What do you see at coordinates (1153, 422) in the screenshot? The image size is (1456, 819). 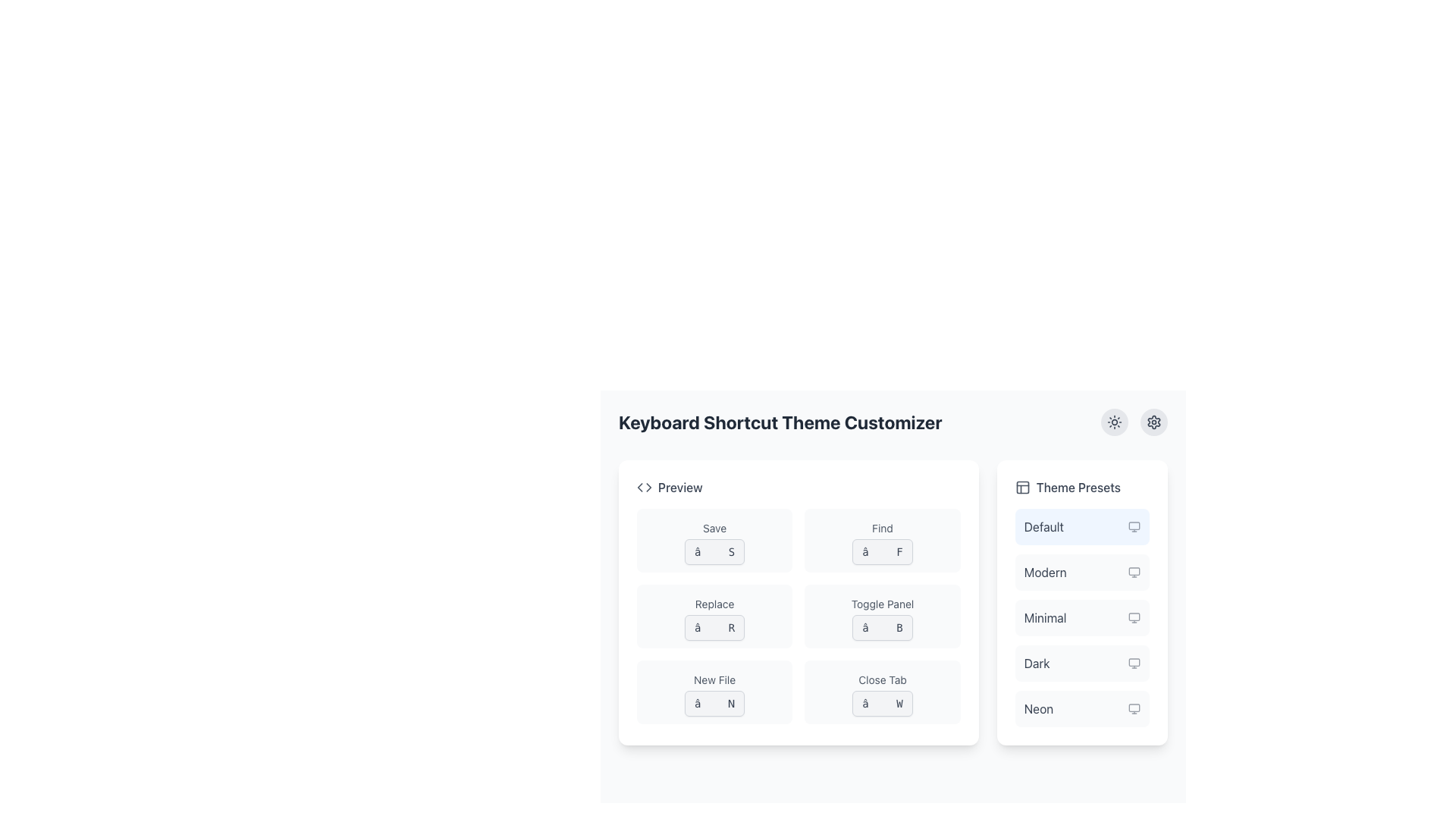 I see `the cogwheel icon` at bounding box center [1153, 422].